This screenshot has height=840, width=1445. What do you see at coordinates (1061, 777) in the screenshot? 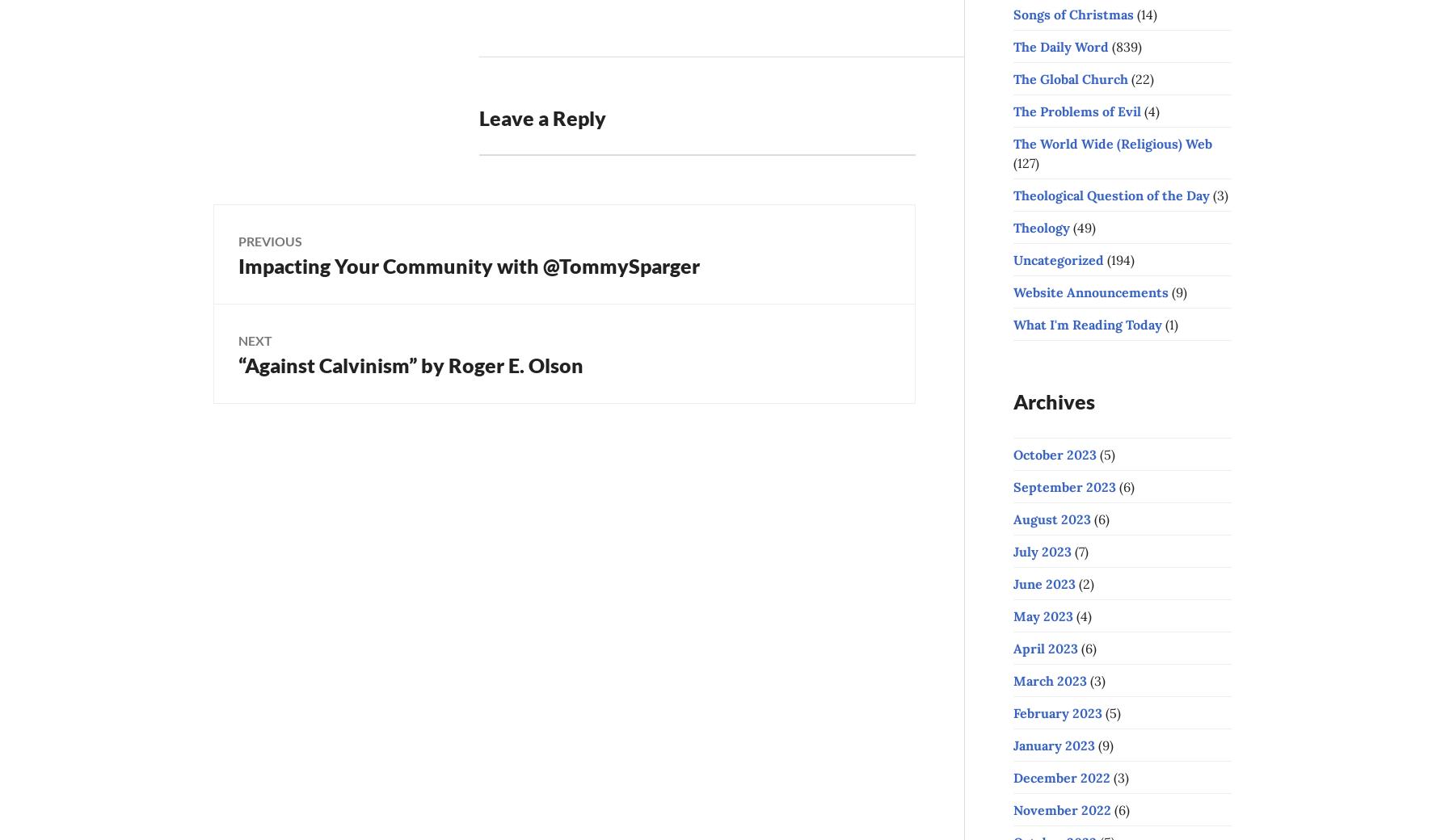
I see `'December 2022'` at bounding box center [1061, 777].